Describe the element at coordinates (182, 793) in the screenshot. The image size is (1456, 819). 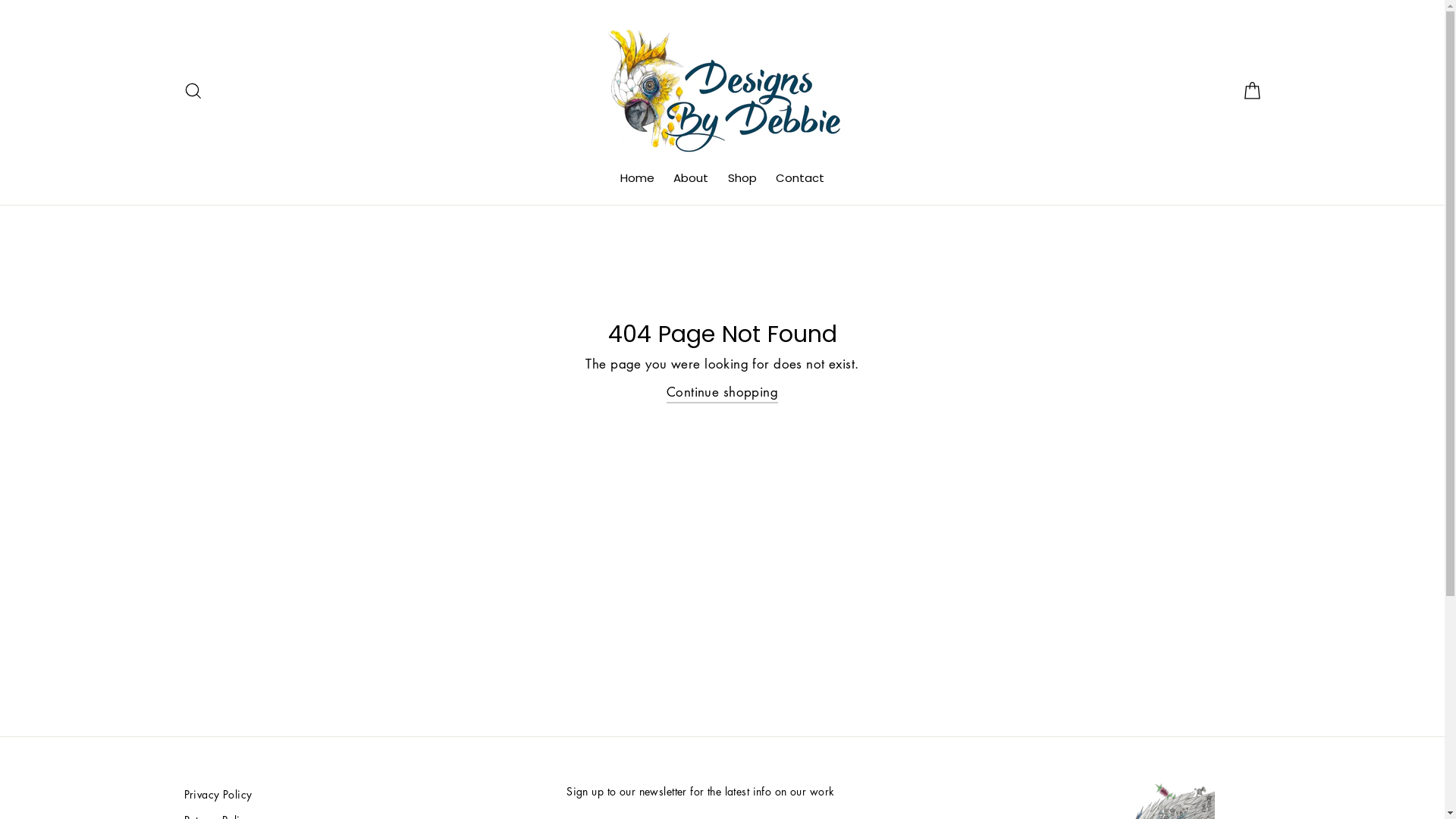
I see `'Privacy Policy'` at that location.